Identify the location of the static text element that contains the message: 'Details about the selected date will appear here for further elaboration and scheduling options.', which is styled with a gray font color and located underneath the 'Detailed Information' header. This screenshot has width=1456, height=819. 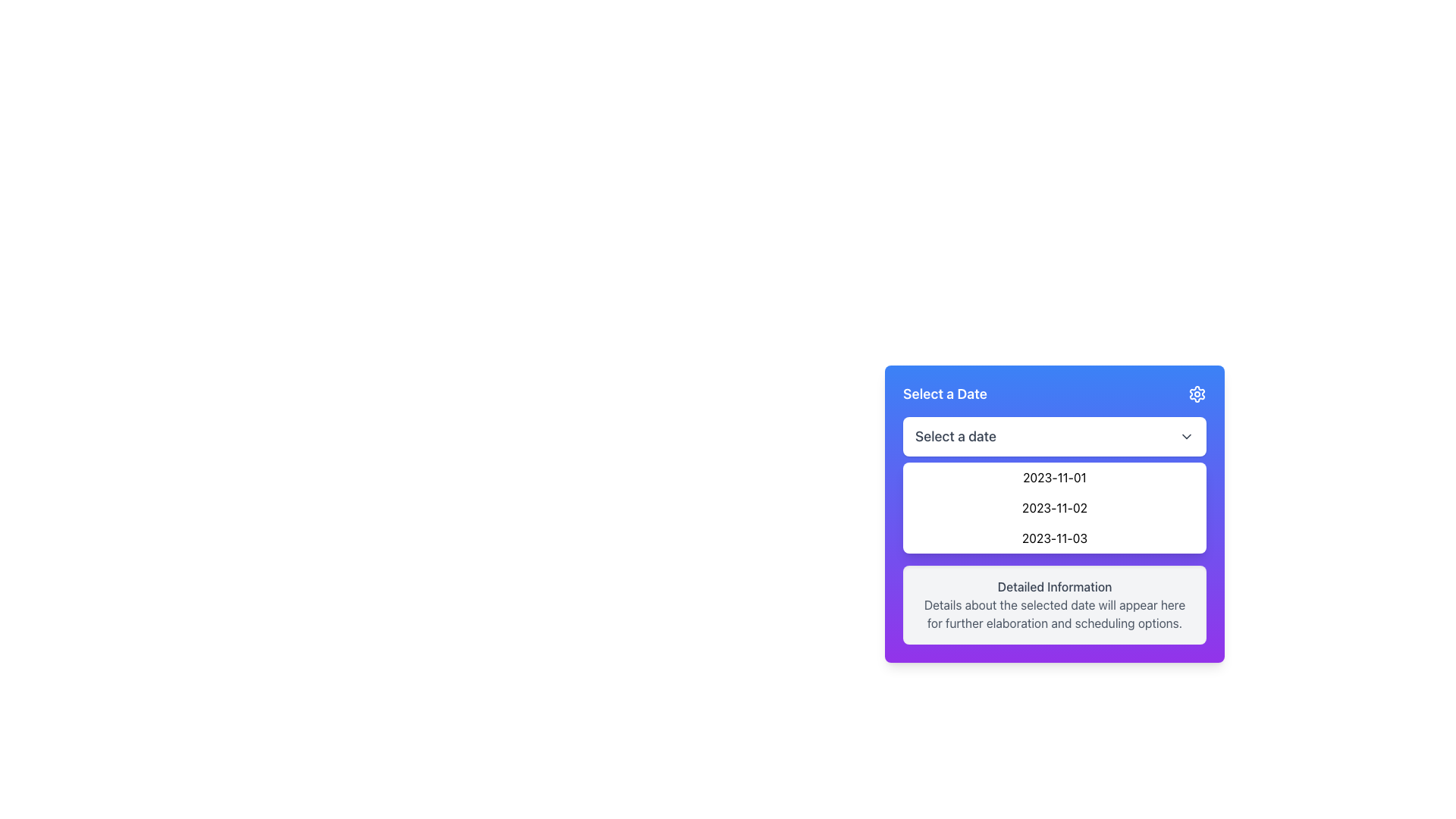
(1054, 614).